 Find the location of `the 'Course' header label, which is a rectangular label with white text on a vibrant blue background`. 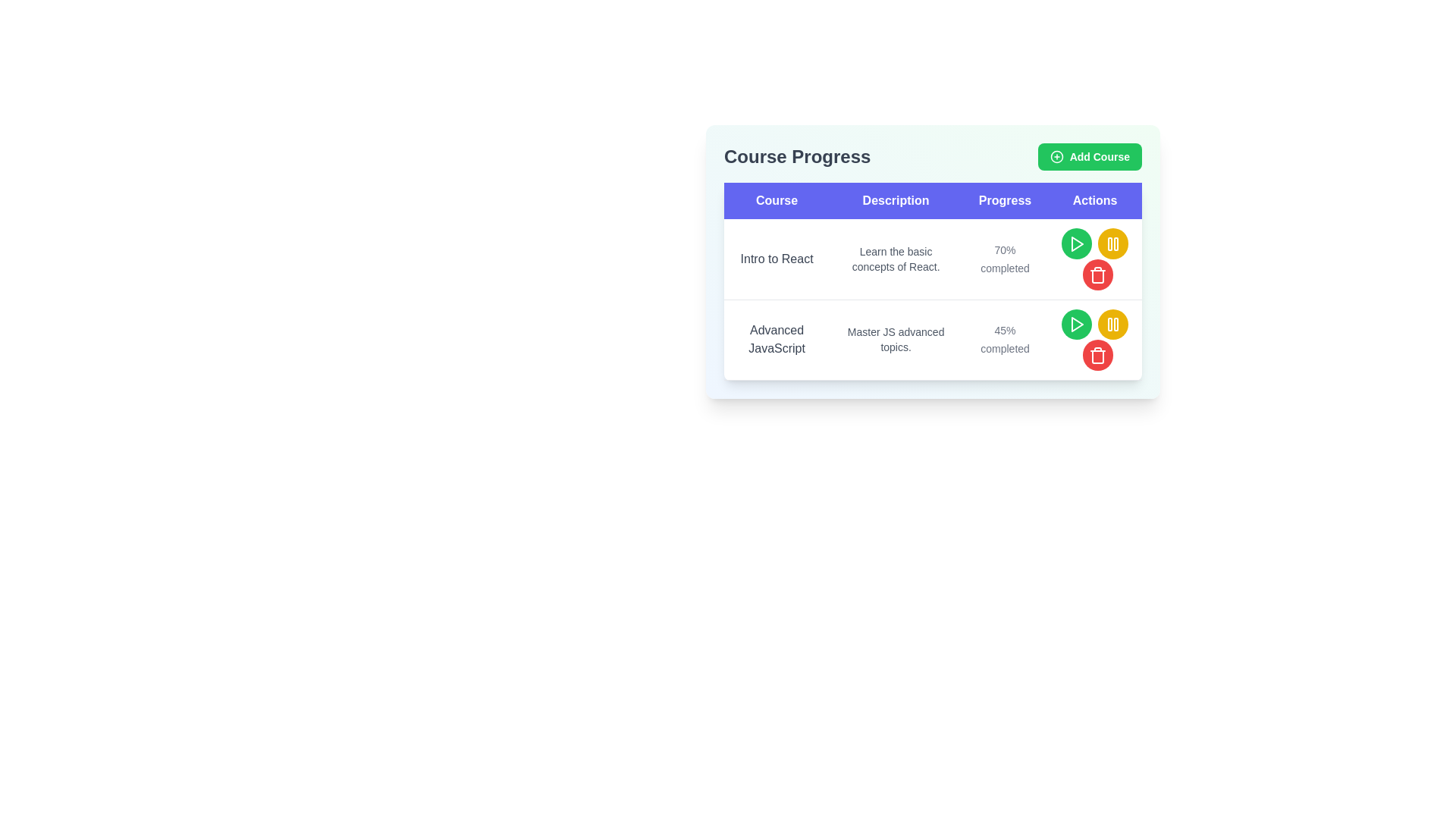

the 'Course' header label, which is a rectangular label with white text on a vibrant blue background is located at coordinates (777, 200).